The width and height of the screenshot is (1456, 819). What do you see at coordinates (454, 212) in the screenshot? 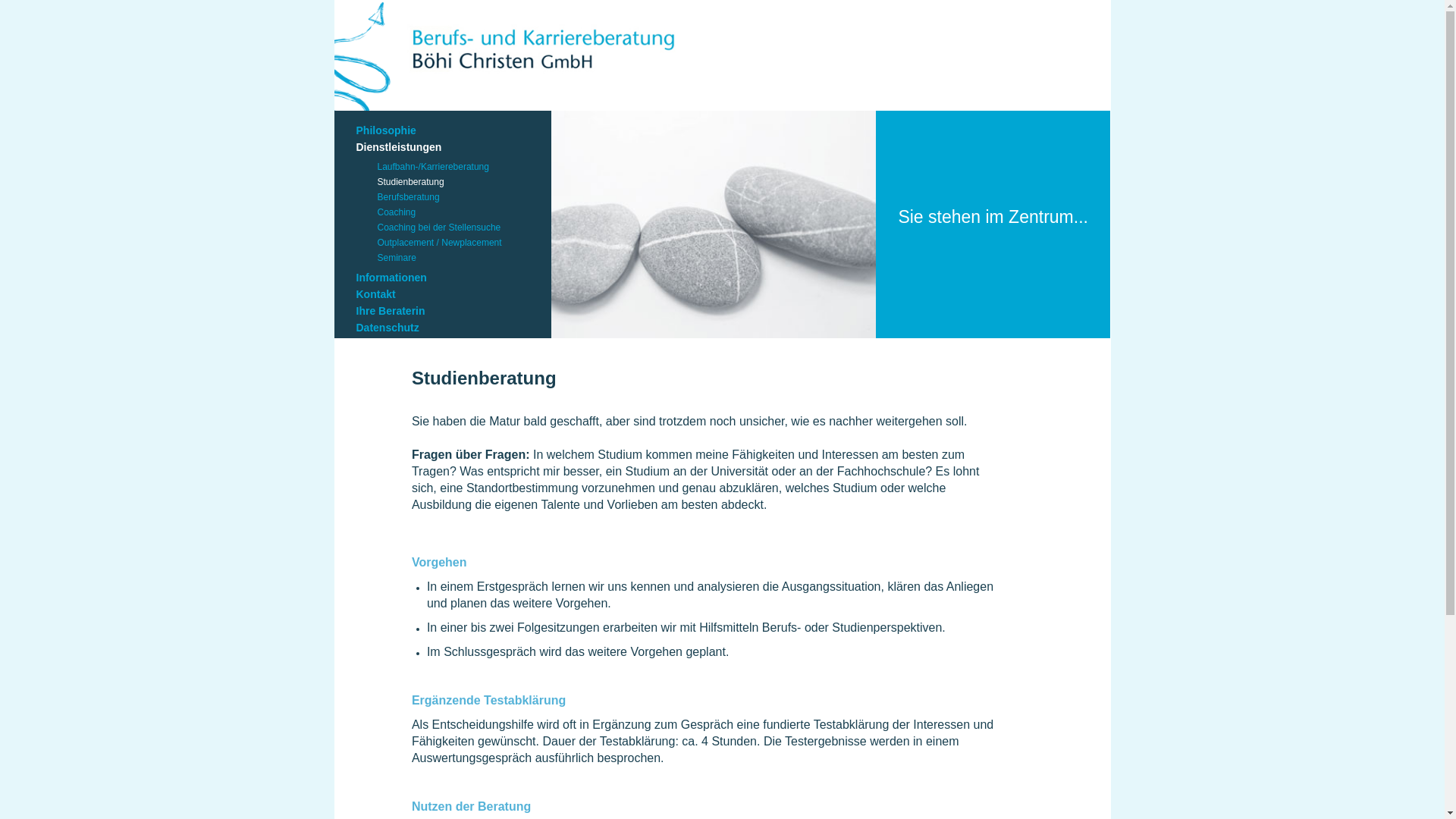
I see `'Coaching'` at bounding box center [454, 212].